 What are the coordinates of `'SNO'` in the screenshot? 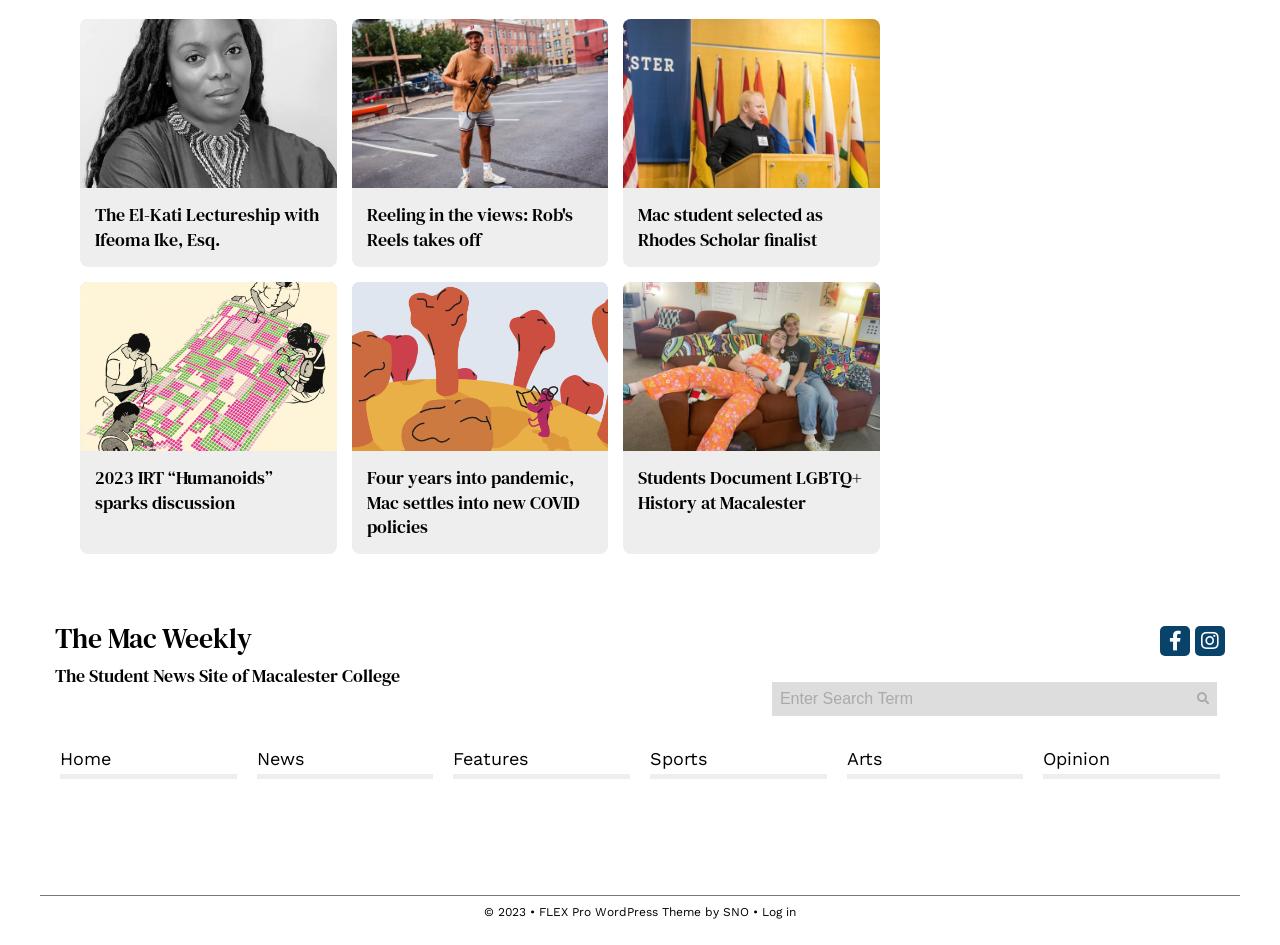 It's located at (735, 911).